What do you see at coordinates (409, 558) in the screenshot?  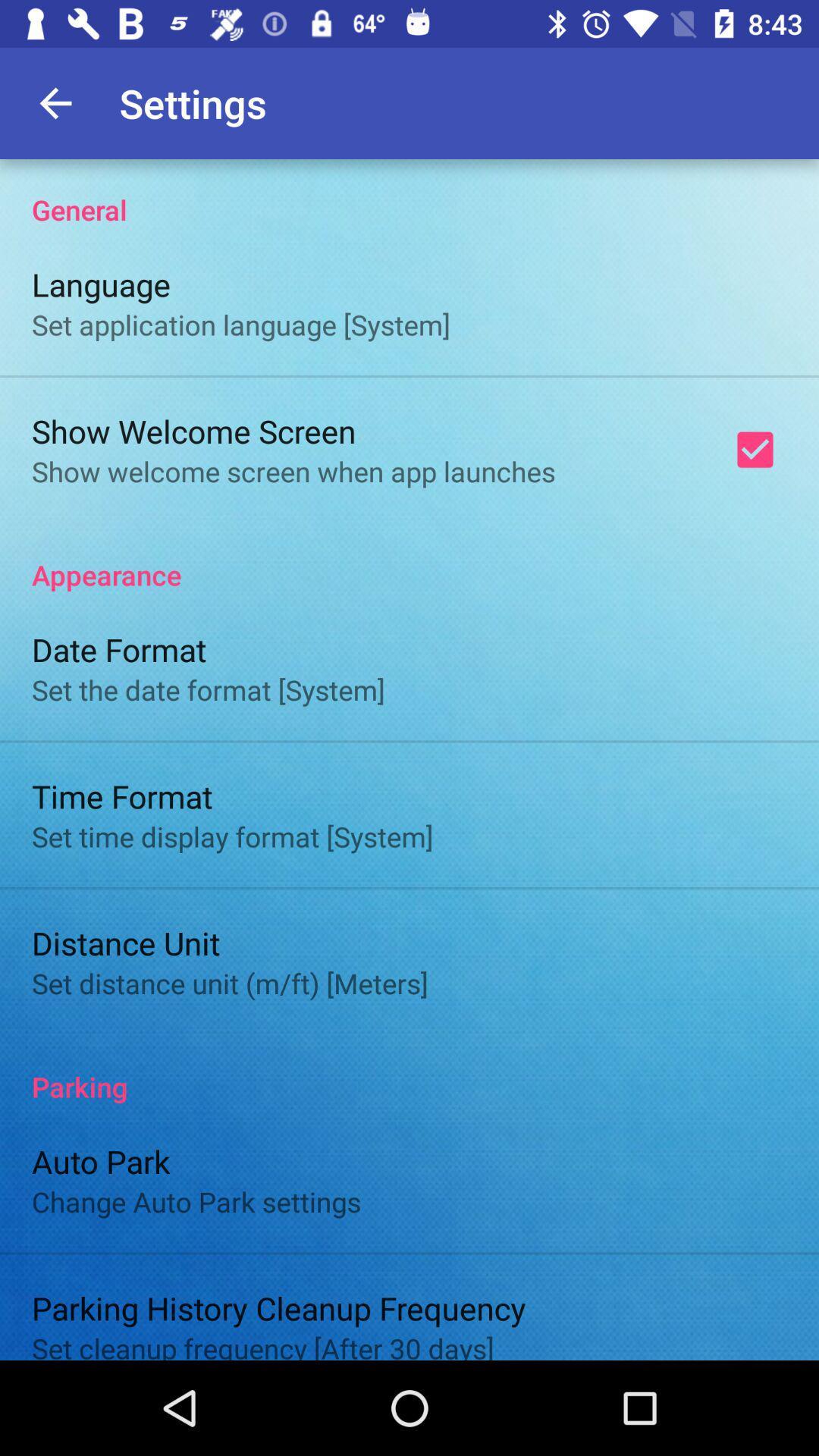 I see `icon below the show welcome screen icon` at bounding box center [409, 558].